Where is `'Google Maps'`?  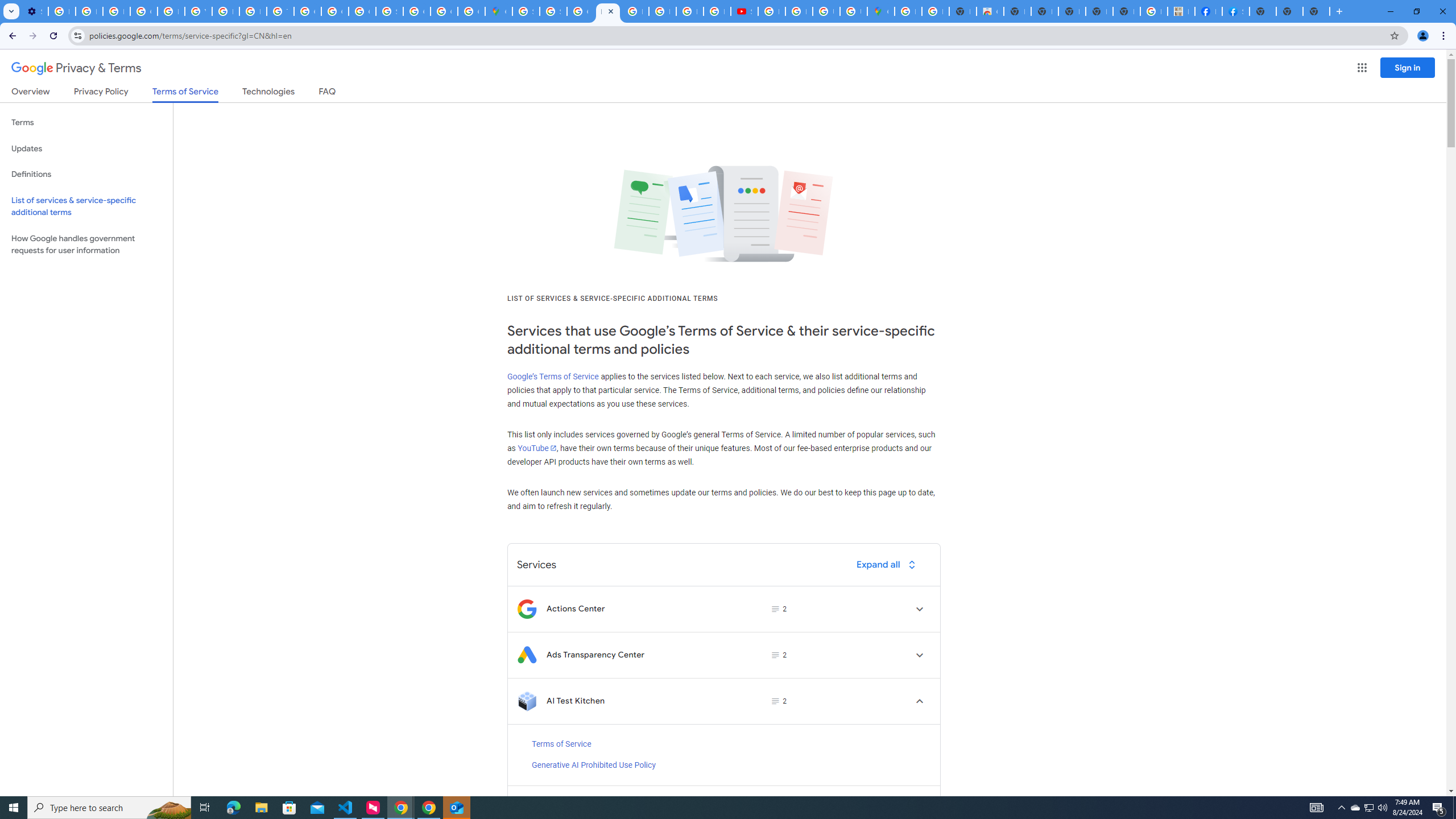
'Google Maps' is located at coordinates (498, 11).